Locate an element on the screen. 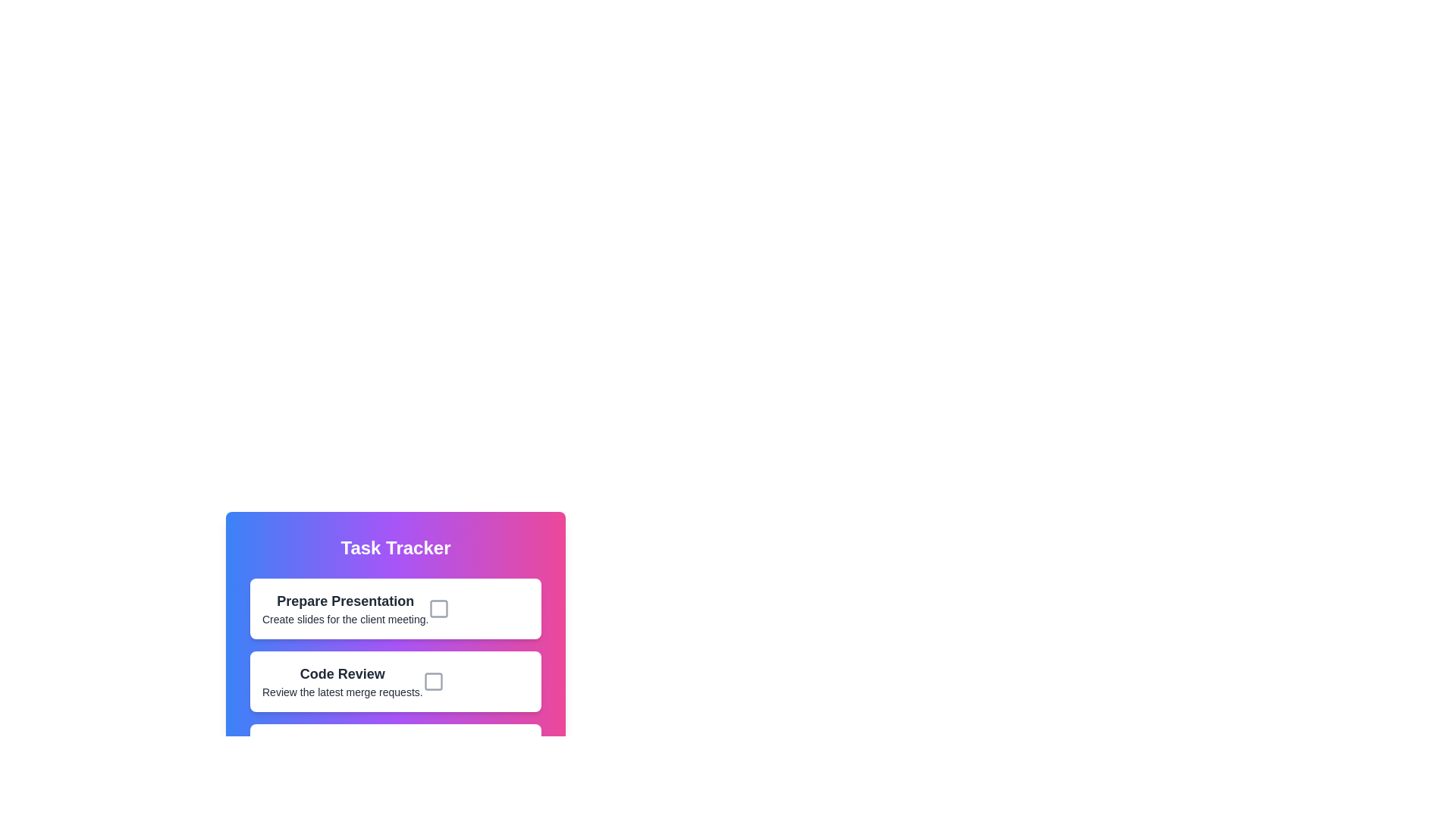 Image resolution: width=1456 pixels, height=819 pixels. text content of the bold text label that reads 'Prepare Presentation.' located in the upper left section of the task block for 'Prepare Presentation.' is located at coordinates (344, 601).